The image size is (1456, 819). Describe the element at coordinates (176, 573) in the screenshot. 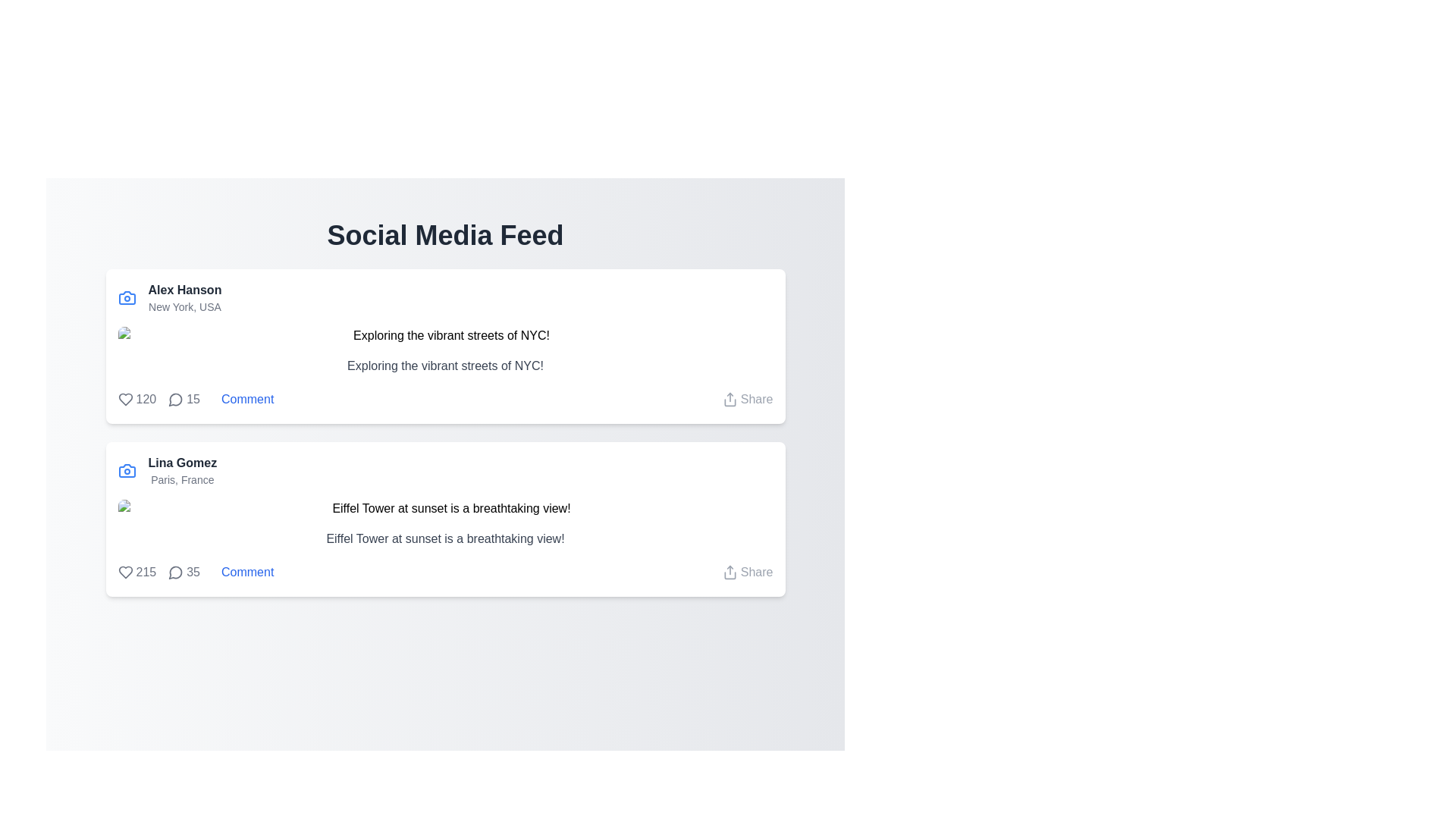

I see `the speech bubble icon representing comments` at that location.